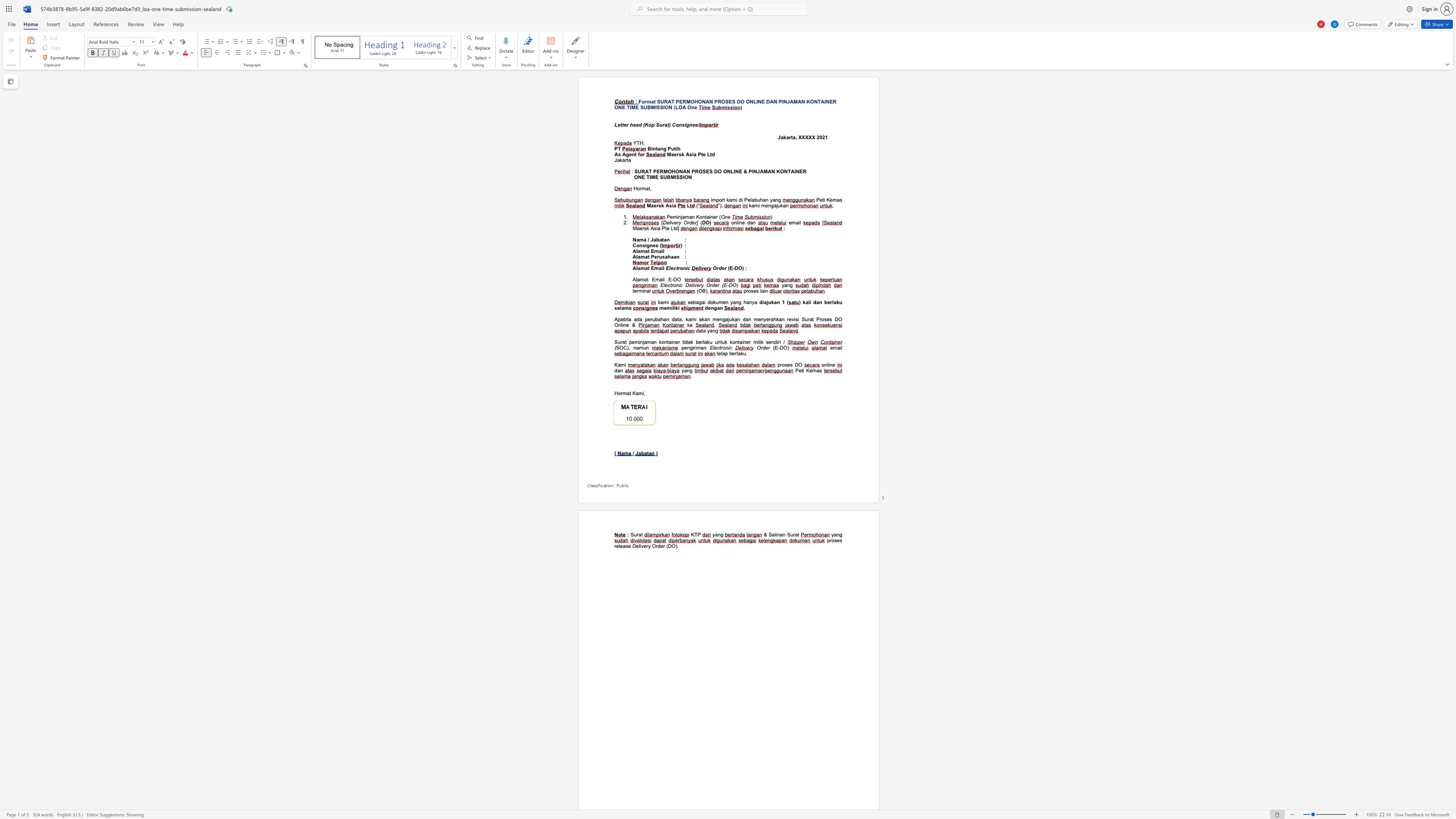 The width and height of the screenshot is (1456, 819). I want to click on the space between the continuous character "N" and "A" in the text, so click(704, 102).